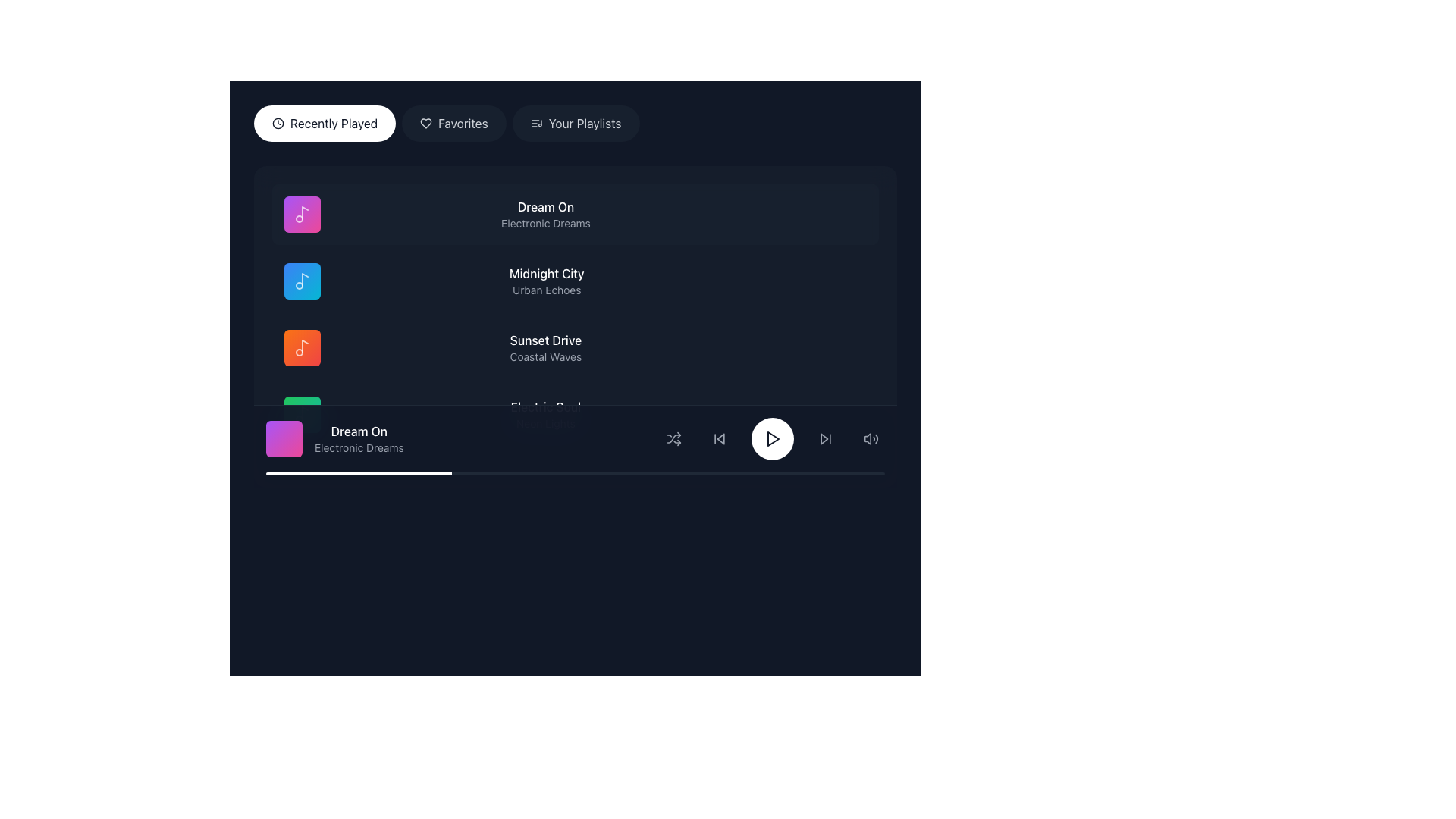 This screenshot has height=819, width=1456. What do you see at coordinates (302, 415) in the screenshot?
I see `the musical note icon SVG element located centrally within a gradient-filled rounded rectangle, positioned on the left side of the 'Dream On' music item in the list` at bounding box center [302, 415].